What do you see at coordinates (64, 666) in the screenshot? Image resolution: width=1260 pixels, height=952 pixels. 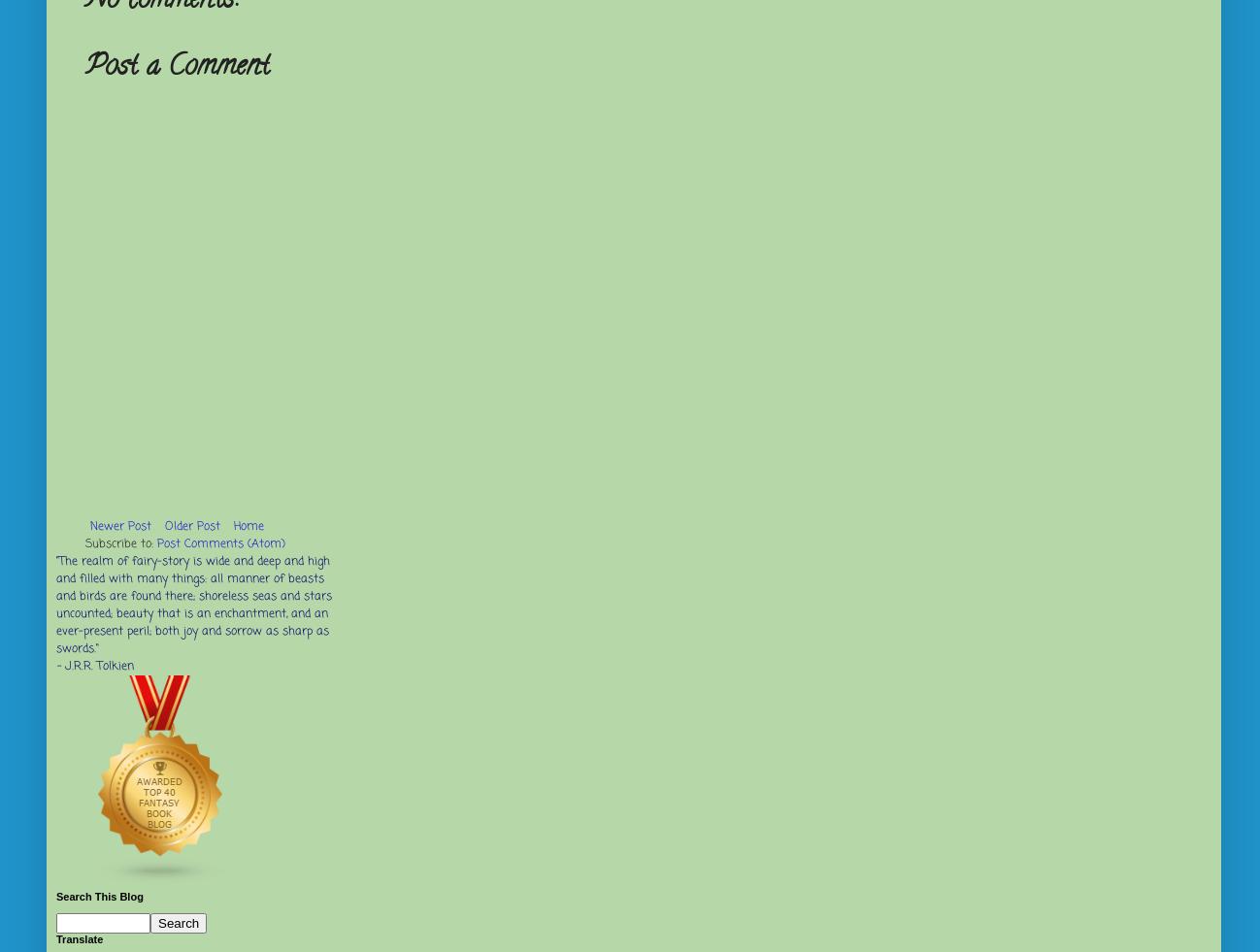 I see `'J.R.R. Tolkien'` at bounding box center [64, 666].